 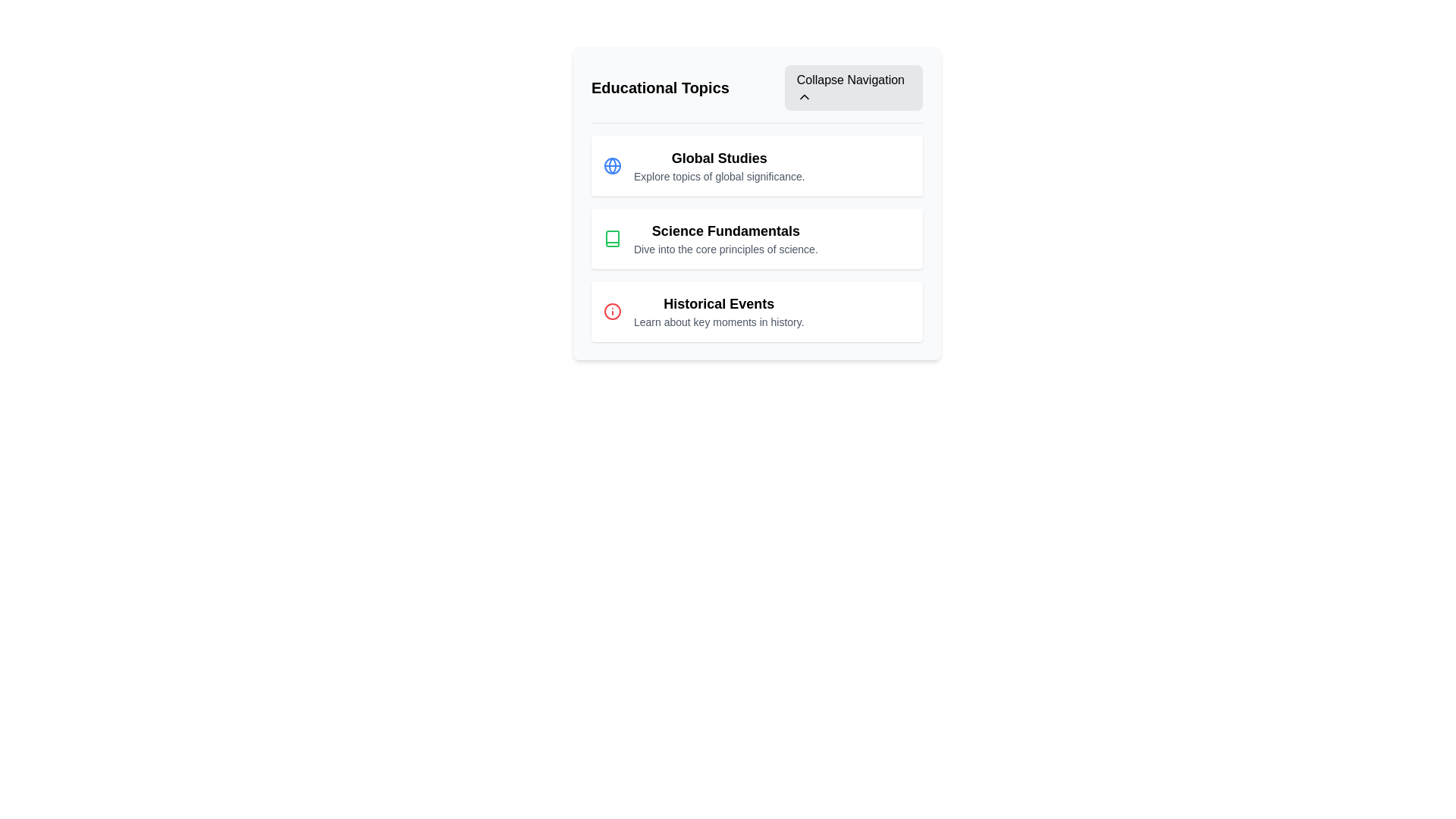 I want to click on the 'Science Fundamentals' text label that is bold and slightly larger, positioned above the description 'Dive into the core principles of science.', so click(x=725, y=231).